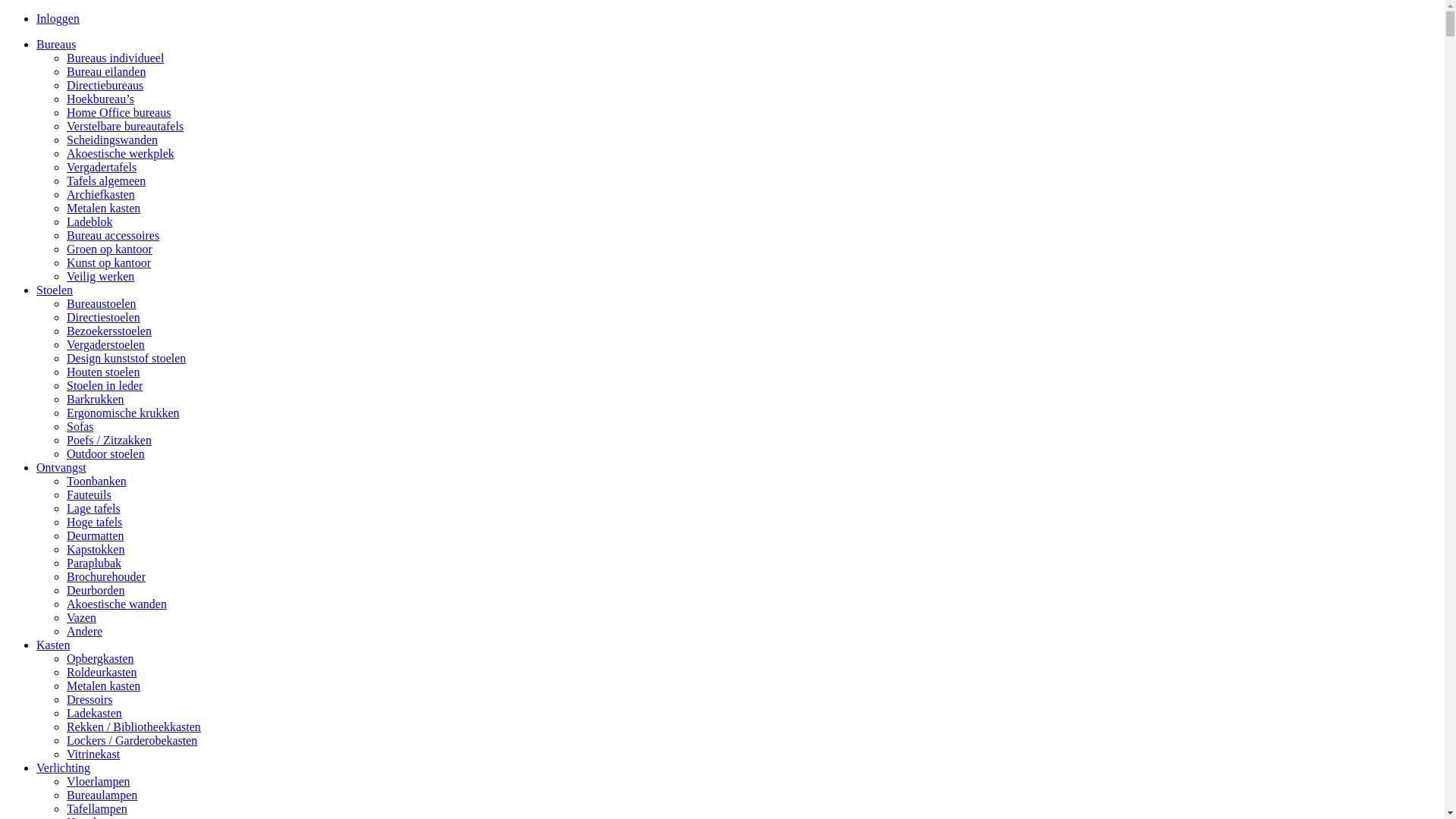  What do you see at coordinates (96, 481) in the screenshot?
I see `'Toonbanken'` at bounding box center [96, 481].